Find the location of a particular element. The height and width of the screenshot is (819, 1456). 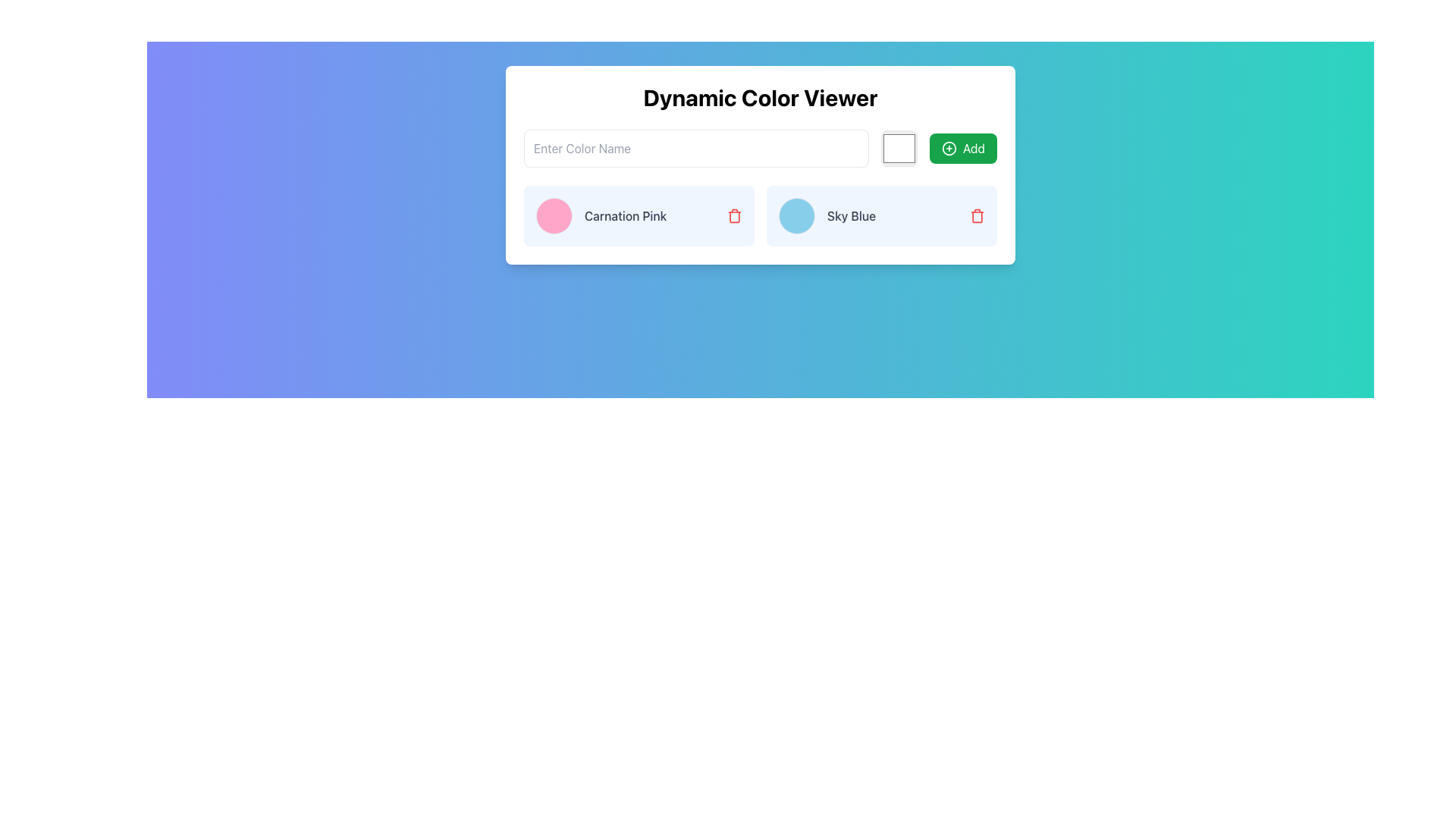

the circular green outlined icon with a plus sign, which is the leftmost part of the green 'Add' button is located at coordinates (949, 149).